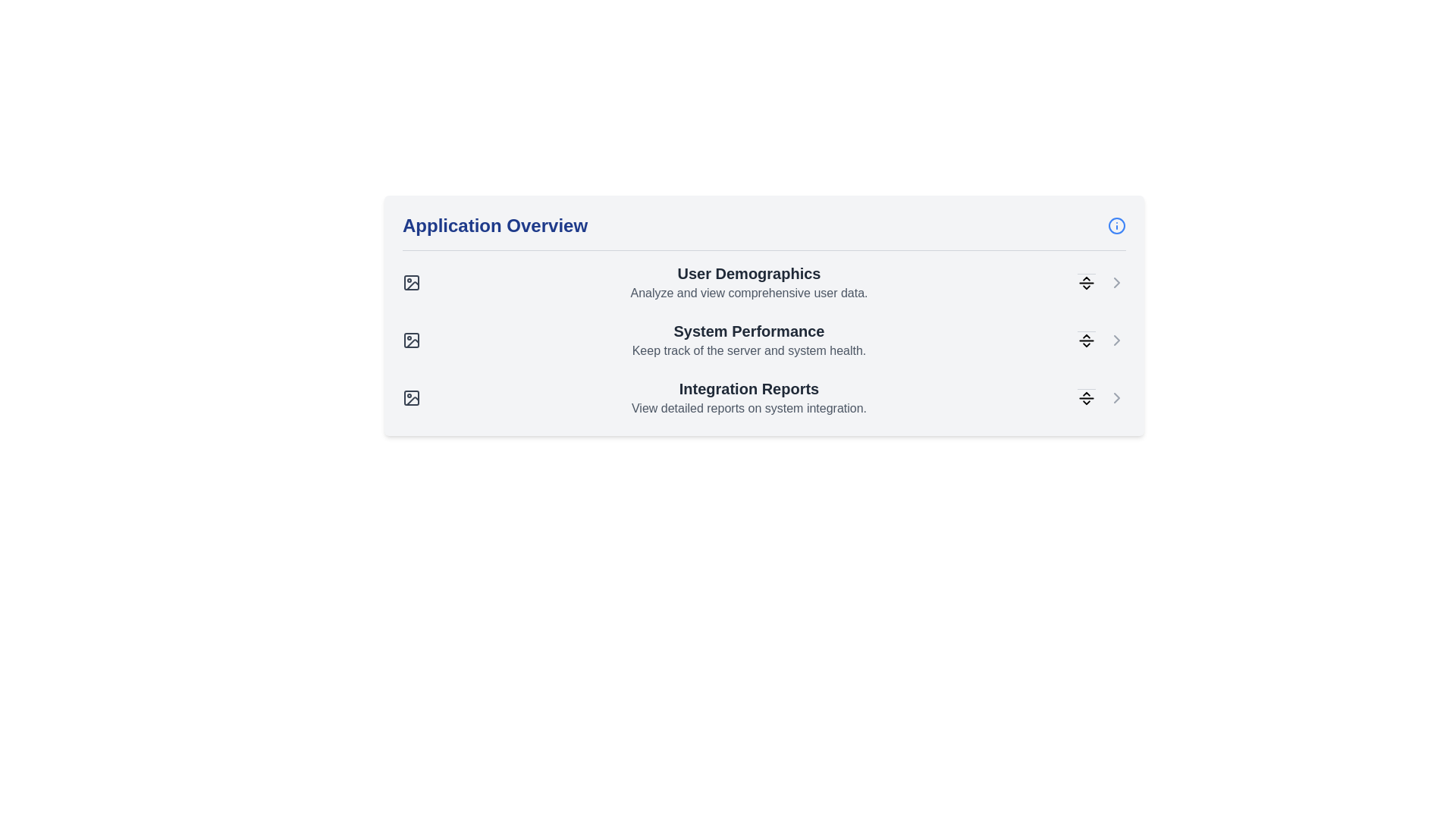  Describe the element at coordinates (764, 283) in the screenshot. I see `the list item titled 'User Demographics', which has a bold heading and a subtitle` at that location.